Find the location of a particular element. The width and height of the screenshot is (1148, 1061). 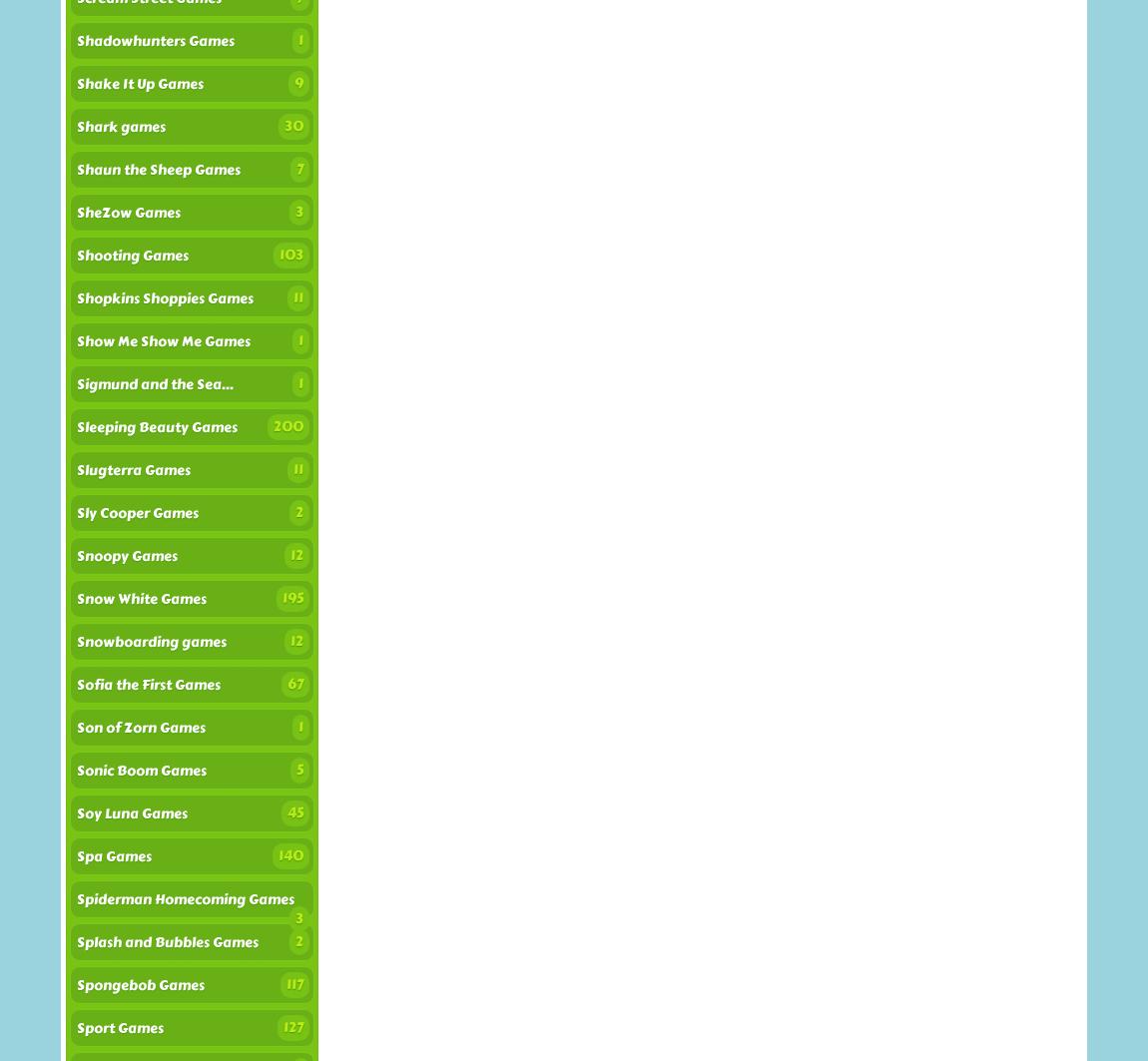

'127' is located at coordinates (283, 1026).